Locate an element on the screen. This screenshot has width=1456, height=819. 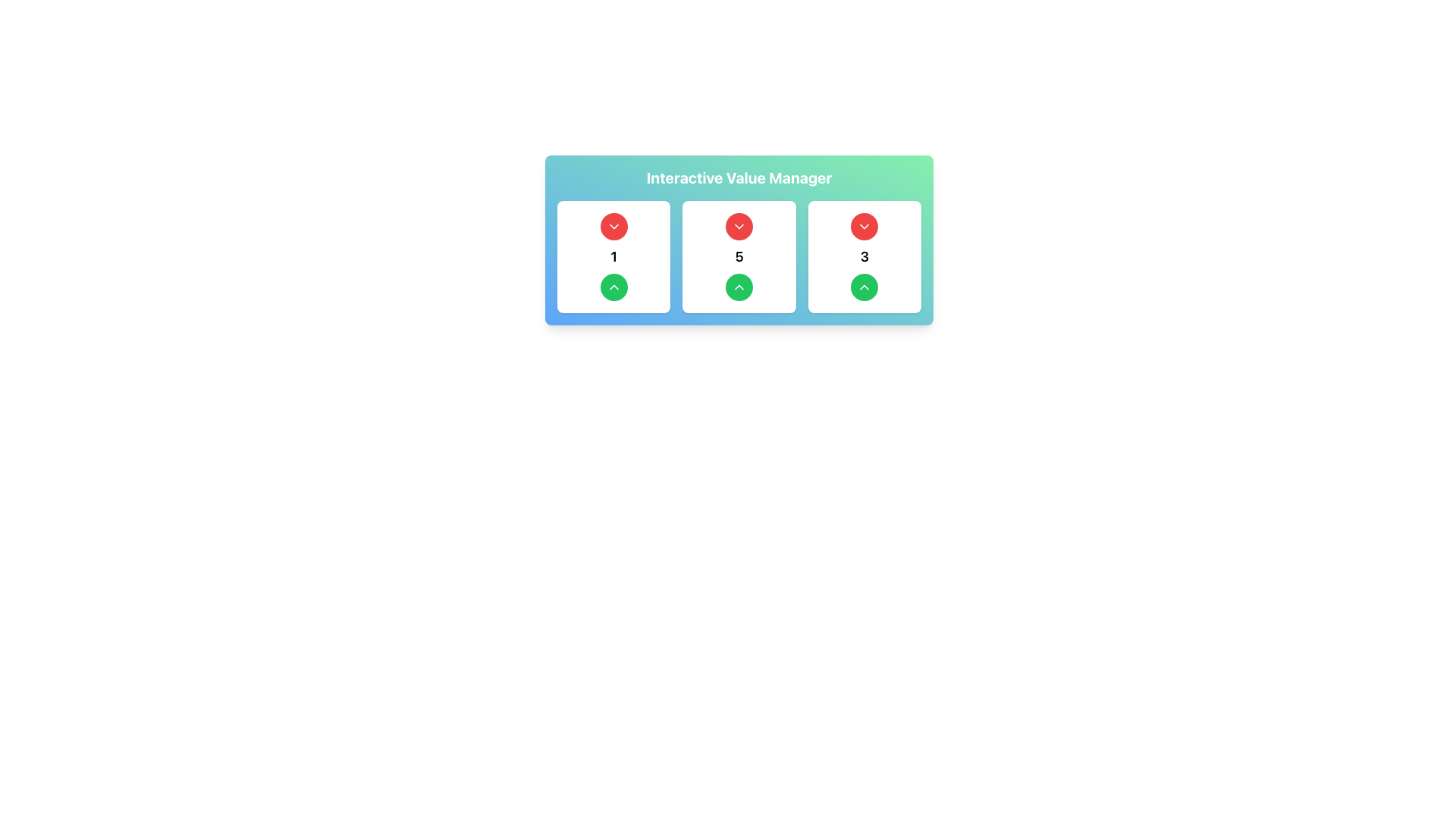
the green button to increase the value in the interactive value manager located in the second card of a grid layout is located at coordinates (739, 256).